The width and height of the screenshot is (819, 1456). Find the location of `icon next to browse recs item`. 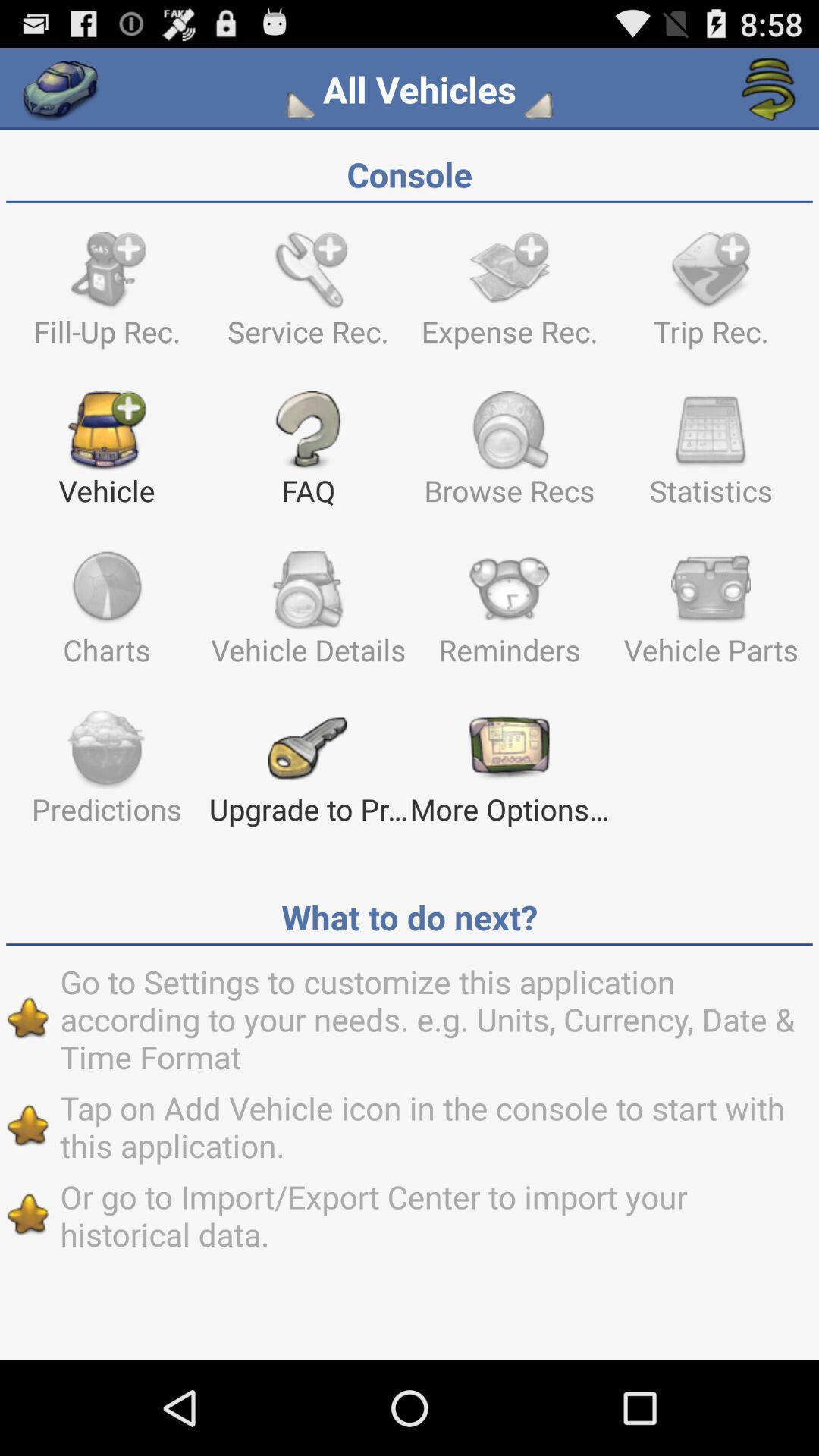

icon next to browse recs item is located at coordinates (711, 455).